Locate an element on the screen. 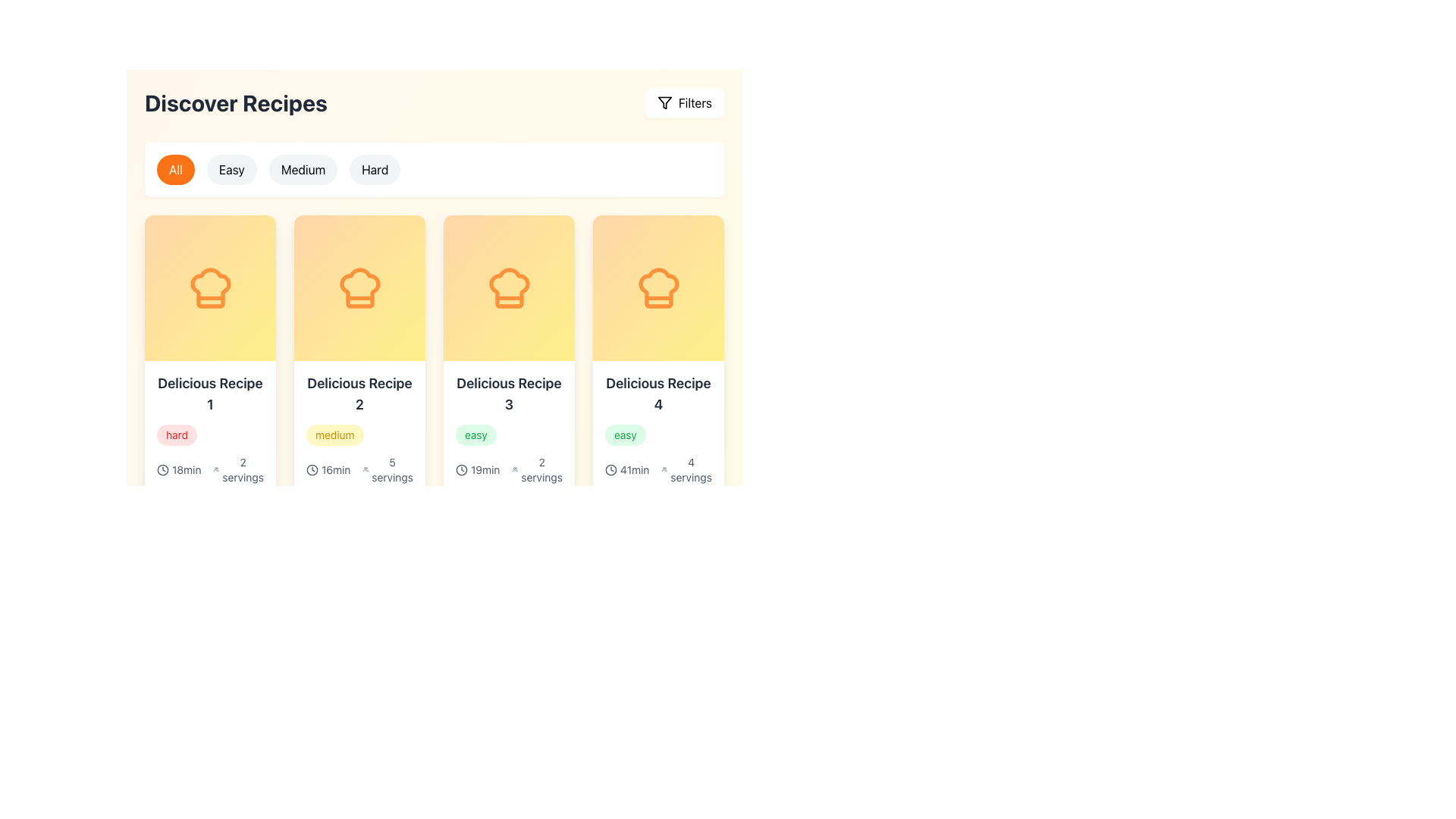 The image size is (1456, 819). text content of the Label with an icon displaying the preparation time for the recipe under 'Delicious Recipe 4' in the lower-left area is located at coordinates (630, 469).